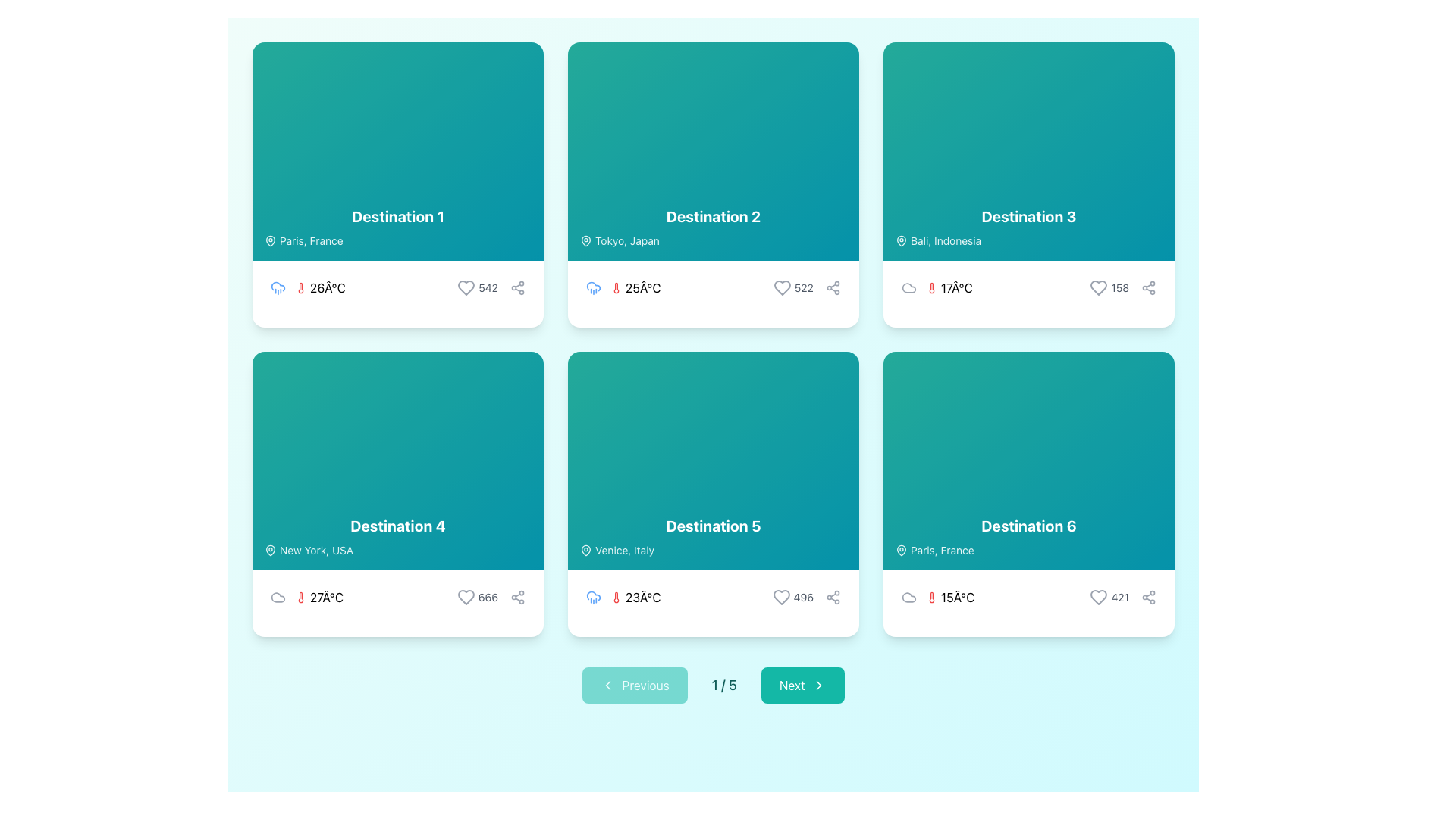  I want to click on the 'like' button with the heart icon and the text '421' located in the lower-right part of the card for 'Destination 6', so click(1109, 596).